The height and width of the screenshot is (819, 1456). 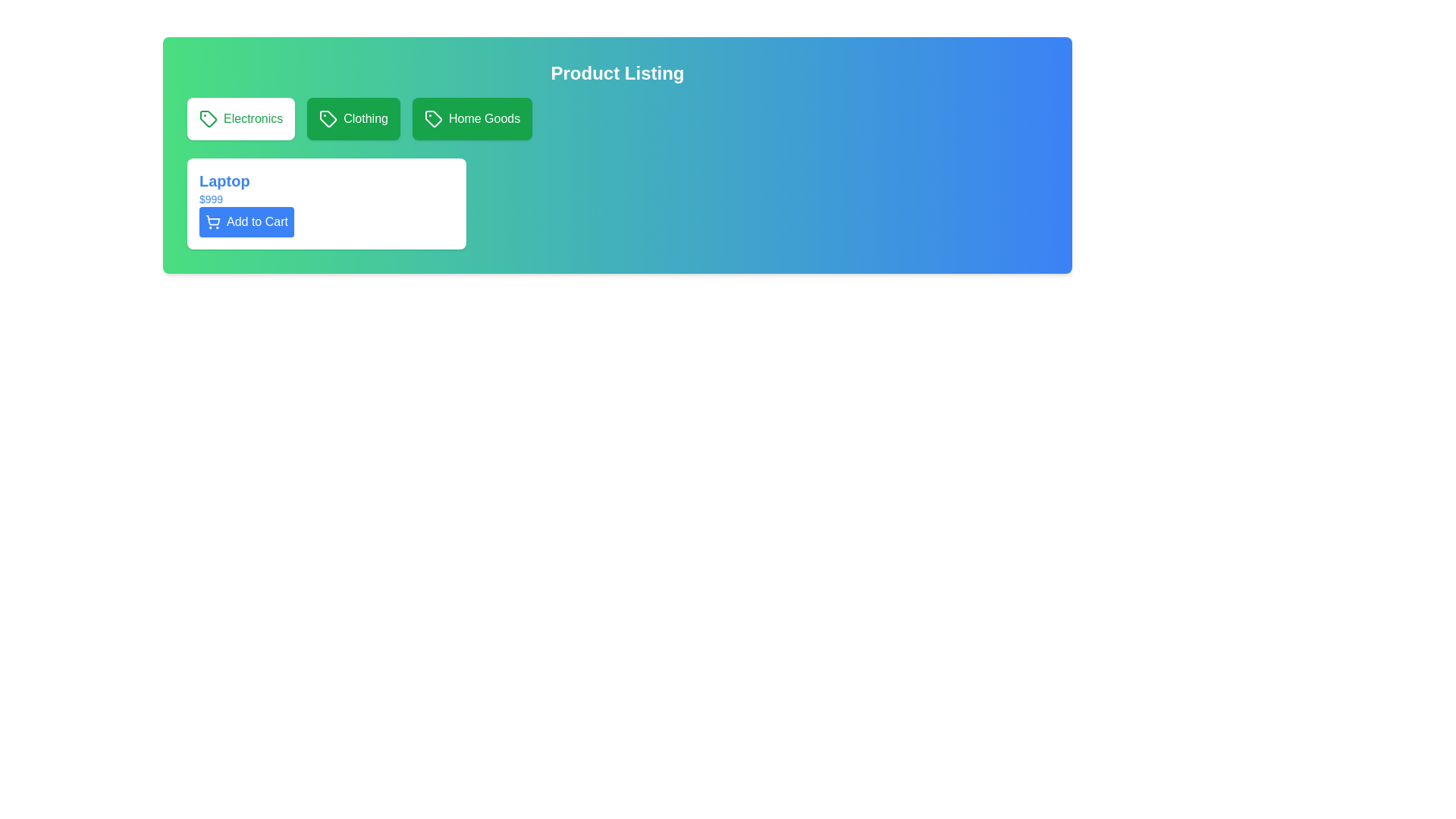 I want to click on the 'Home Goods' category selector button to activate the hover effect, so click(x=472, y=118).